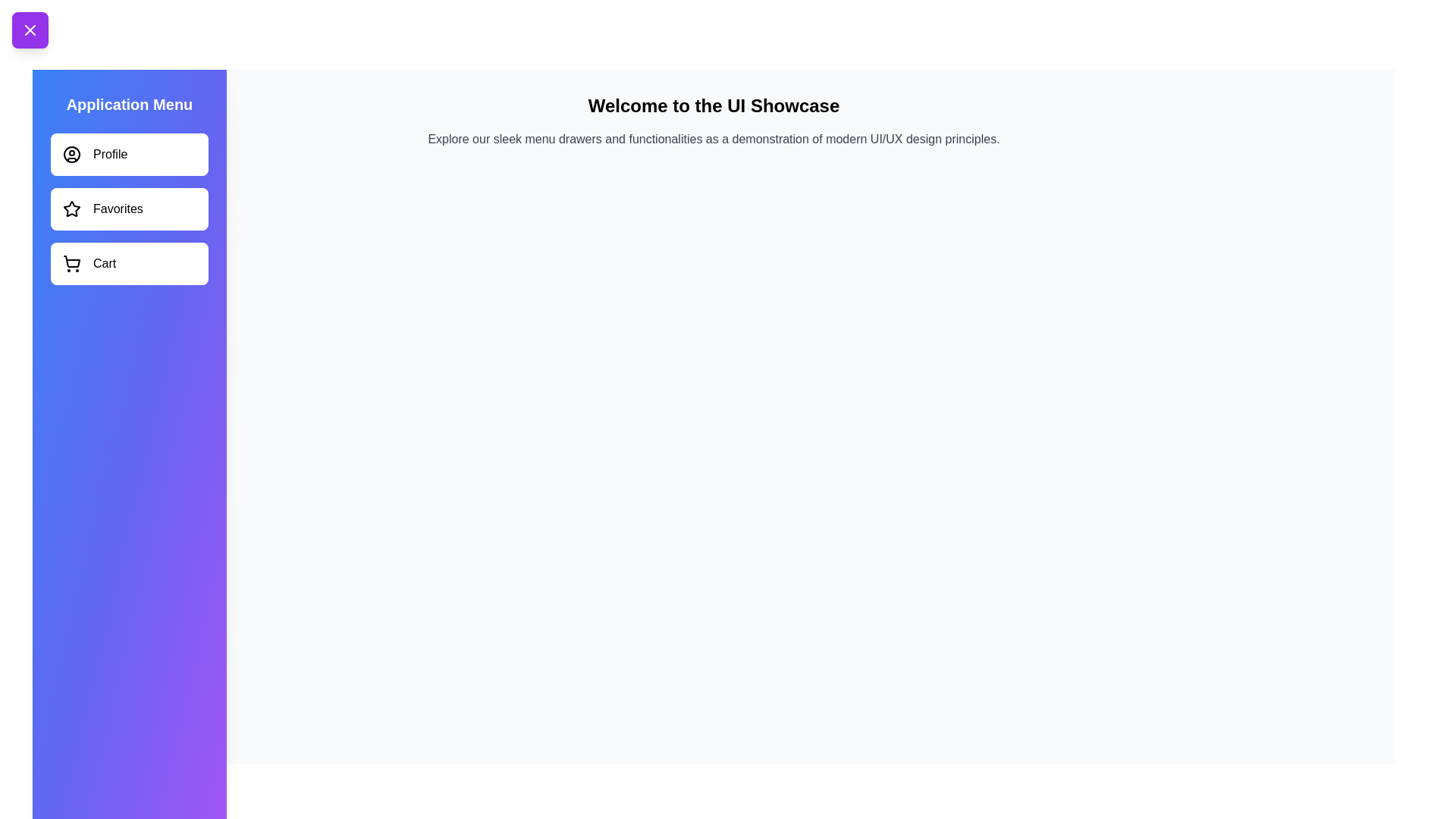 Image resolution: width=1456 pixels, height=819 pixels. I want to click on the menu item labeled Favorites, so click(130, 209).